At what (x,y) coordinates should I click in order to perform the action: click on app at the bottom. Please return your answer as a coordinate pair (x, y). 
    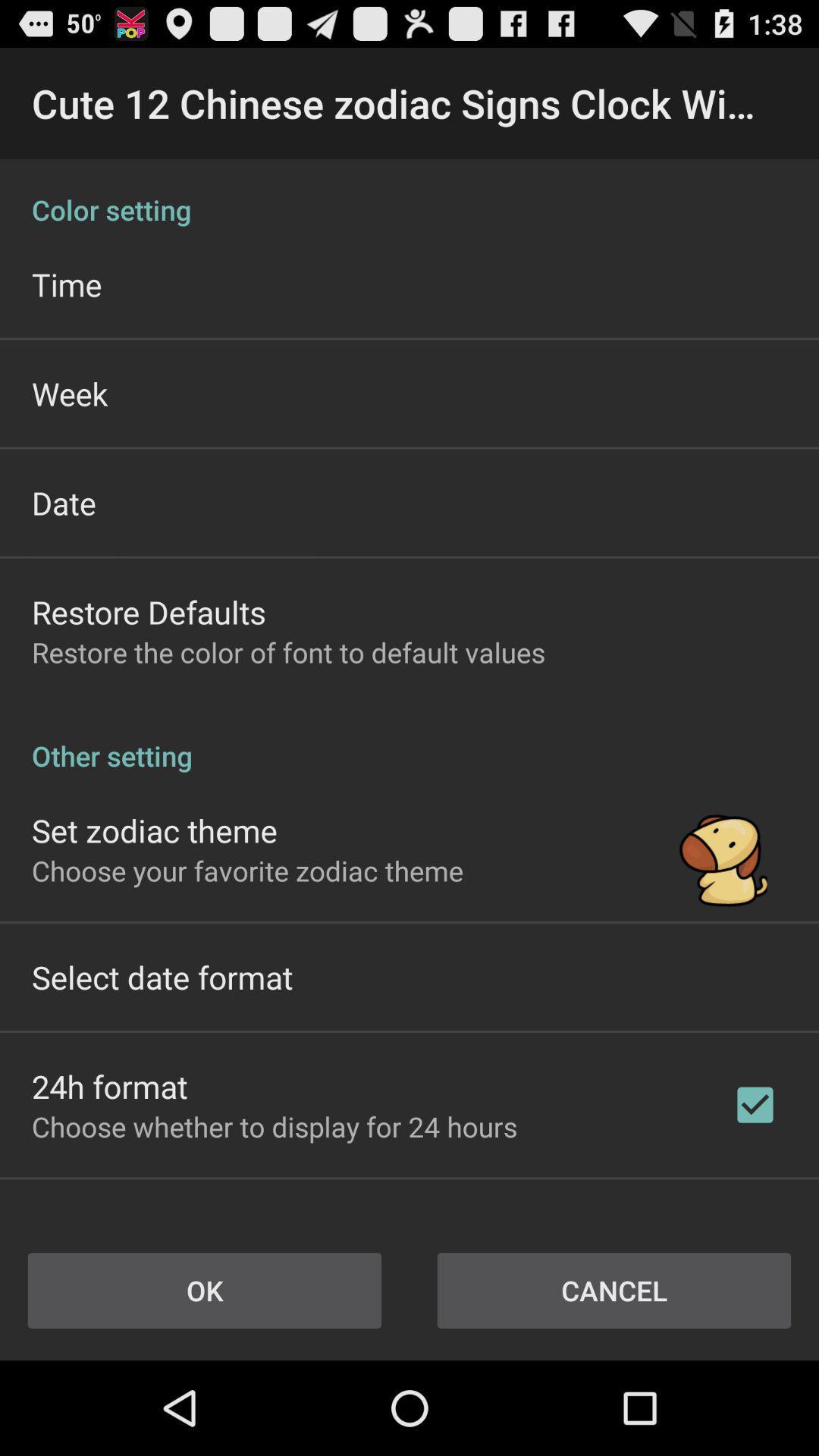
    Looking at the image, I should click on (275, 1126).